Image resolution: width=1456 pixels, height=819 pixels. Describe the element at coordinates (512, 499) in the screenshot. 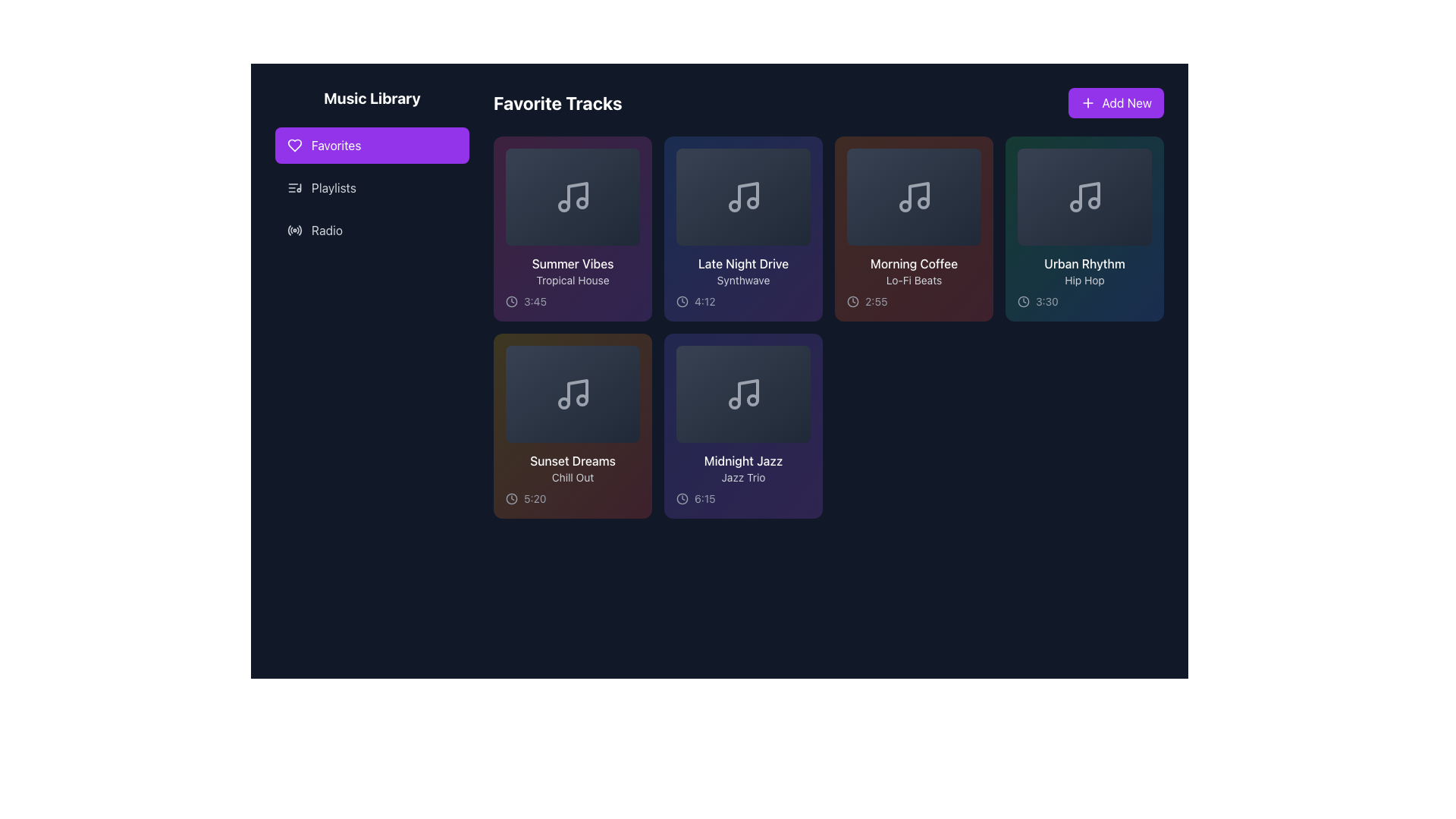

I see `the Circle (SVG Element) that represents the clock or timer functionality for the track 'Sunset Dreams', located below the duration text '5:20'` at that location.